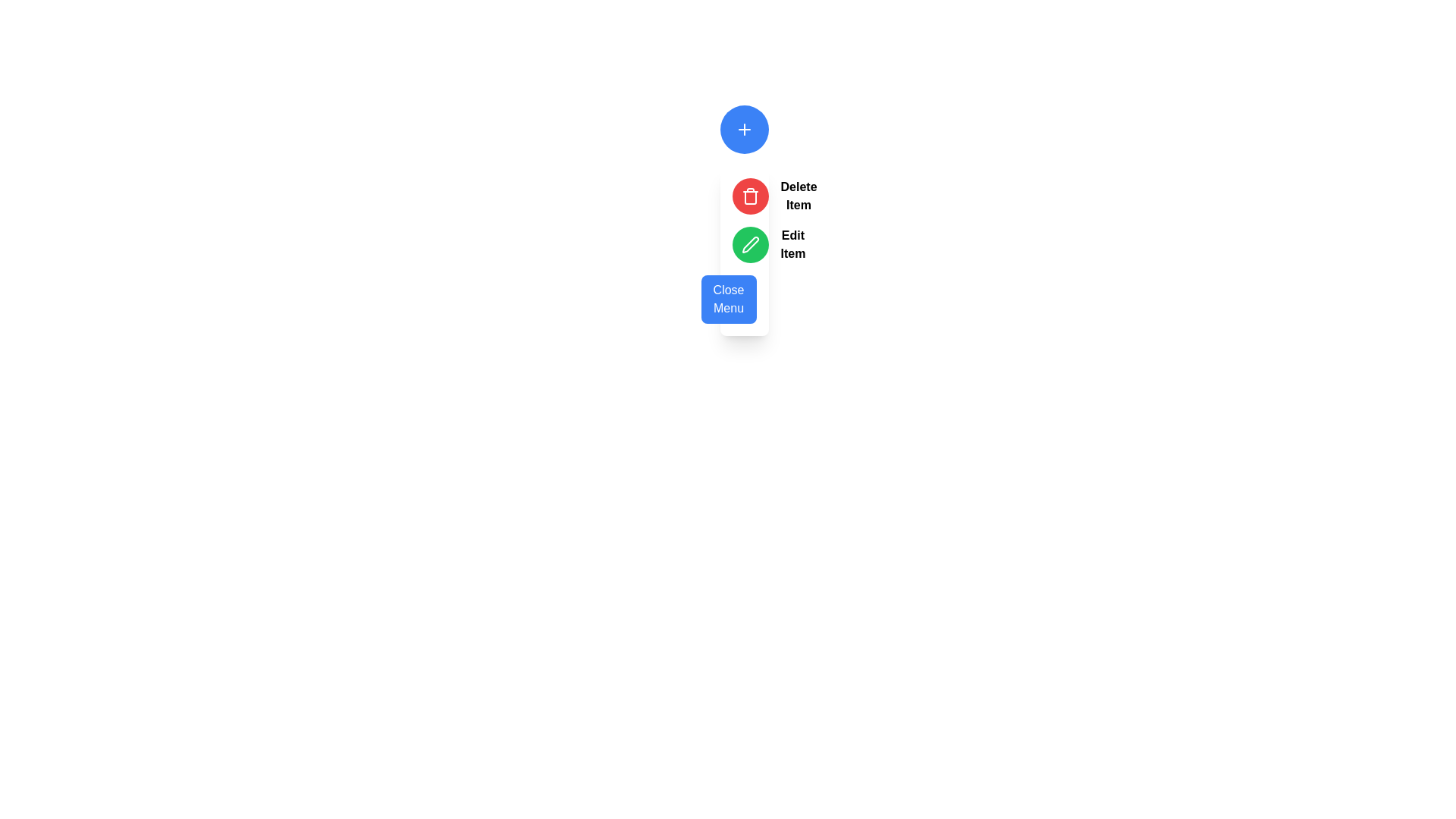  What do you see at coordinates (744, 250) in the screenshot?
I see `the pencil icon in the action menu located below the '+' button and above the 'Close Menu' button to initiate editing` at bounding box center [744, 250].